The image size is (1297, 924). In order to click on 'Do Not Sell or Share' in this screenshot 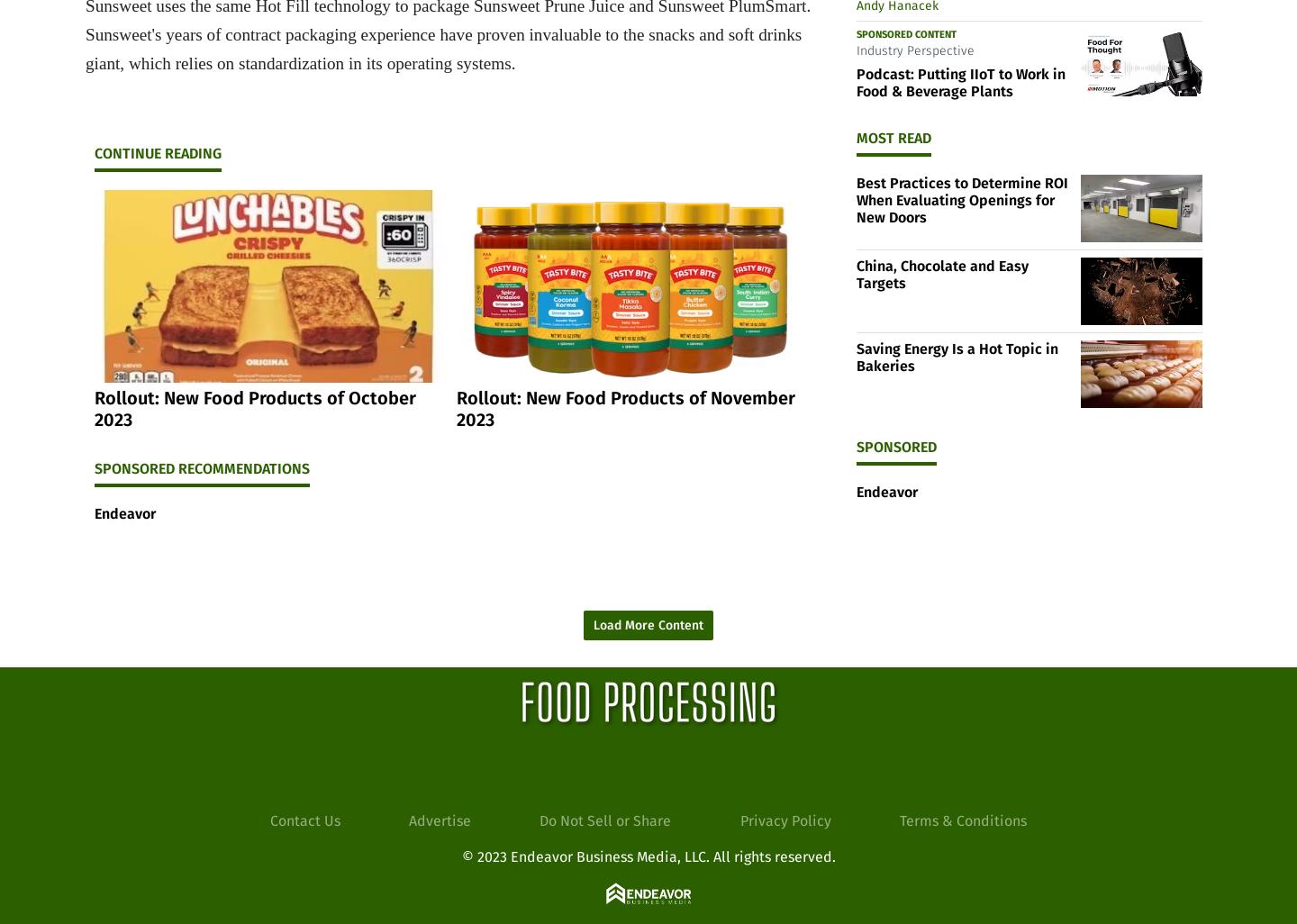, I will do `click(605, 819)`.